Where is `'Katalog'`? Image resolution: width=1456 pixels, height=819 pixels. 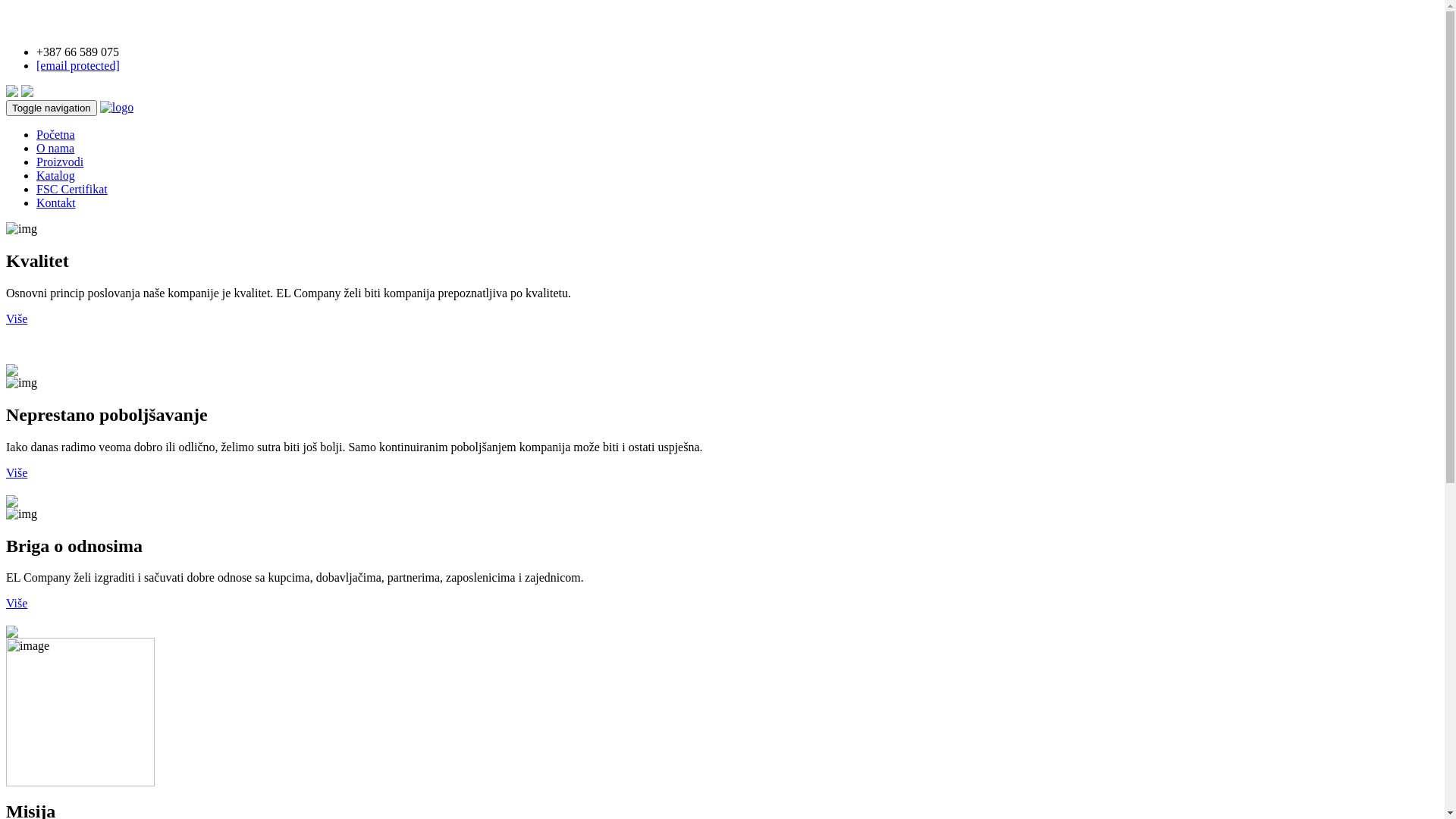 'Katalog' is located at coordinates (55, 174).